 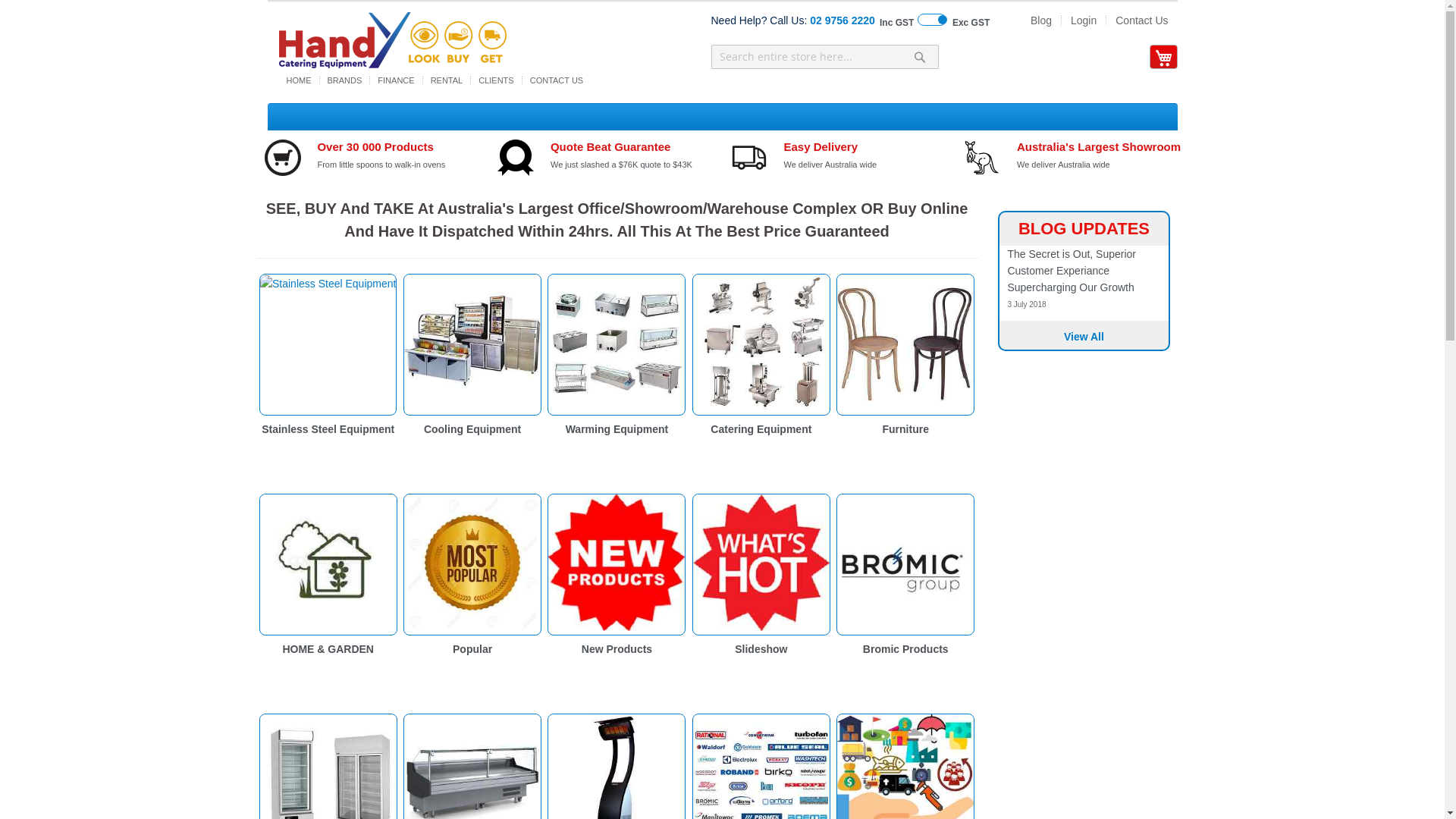 I want to click on 'RENTAL', so click(x=422, y=80).